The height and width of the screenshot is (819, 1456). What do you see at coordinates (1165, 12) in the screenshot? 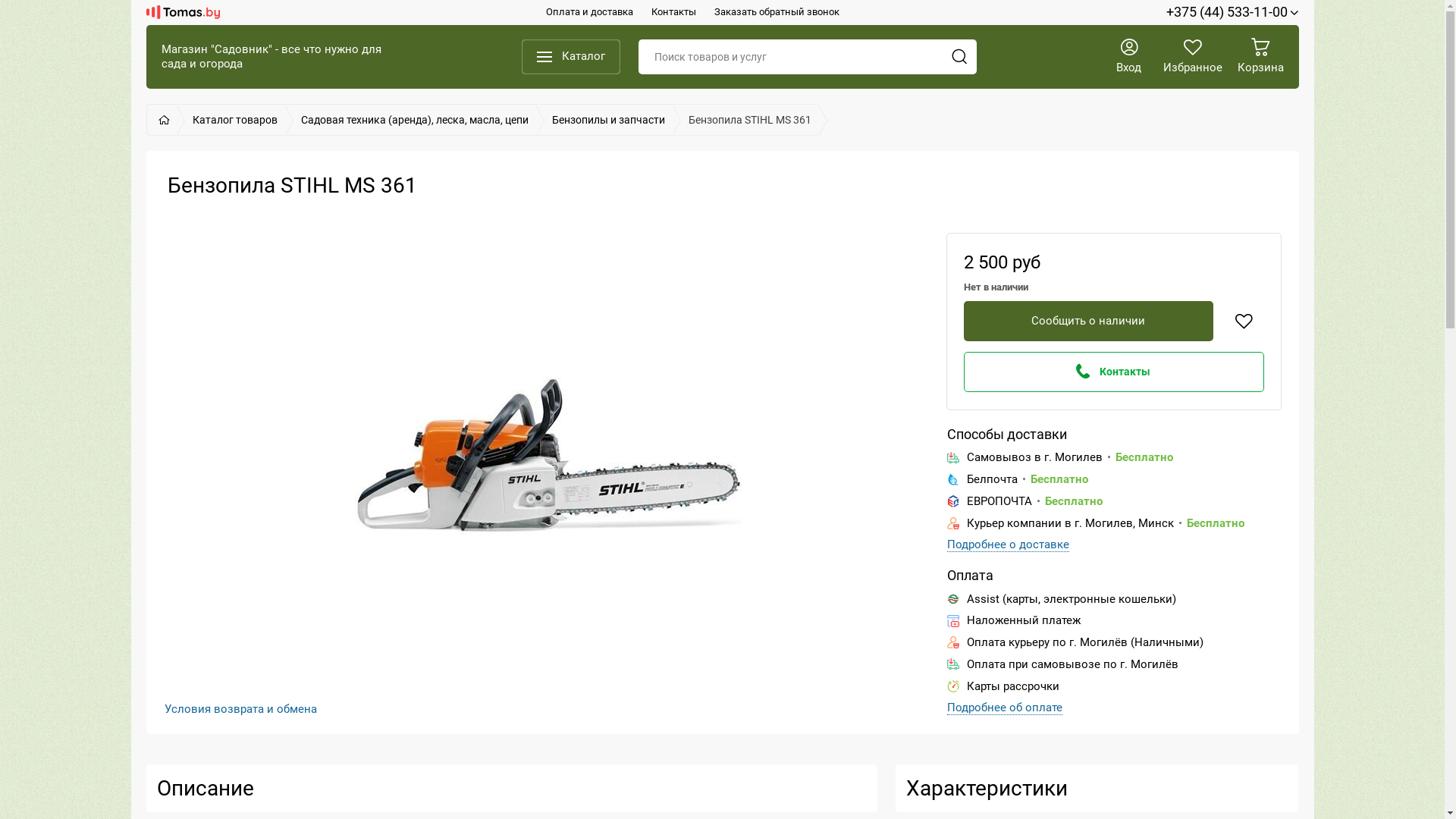
I see `'+375 (44) 533-11-00'` at bounding box center [1165, 12].